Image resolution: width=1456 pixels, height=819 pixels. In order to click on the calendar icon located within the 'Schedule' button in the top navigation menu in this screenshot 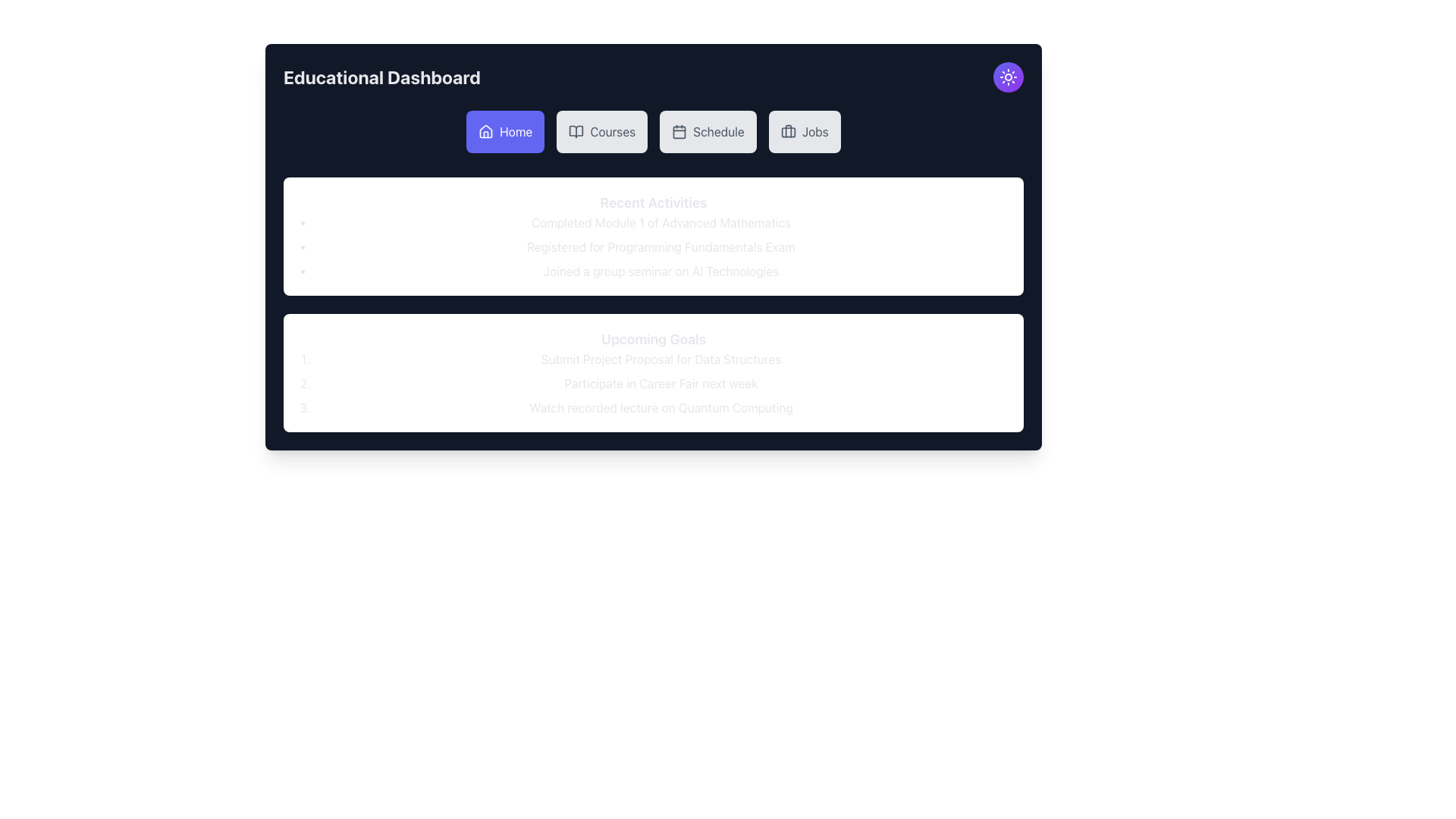, I will do `click(679, 130)`.